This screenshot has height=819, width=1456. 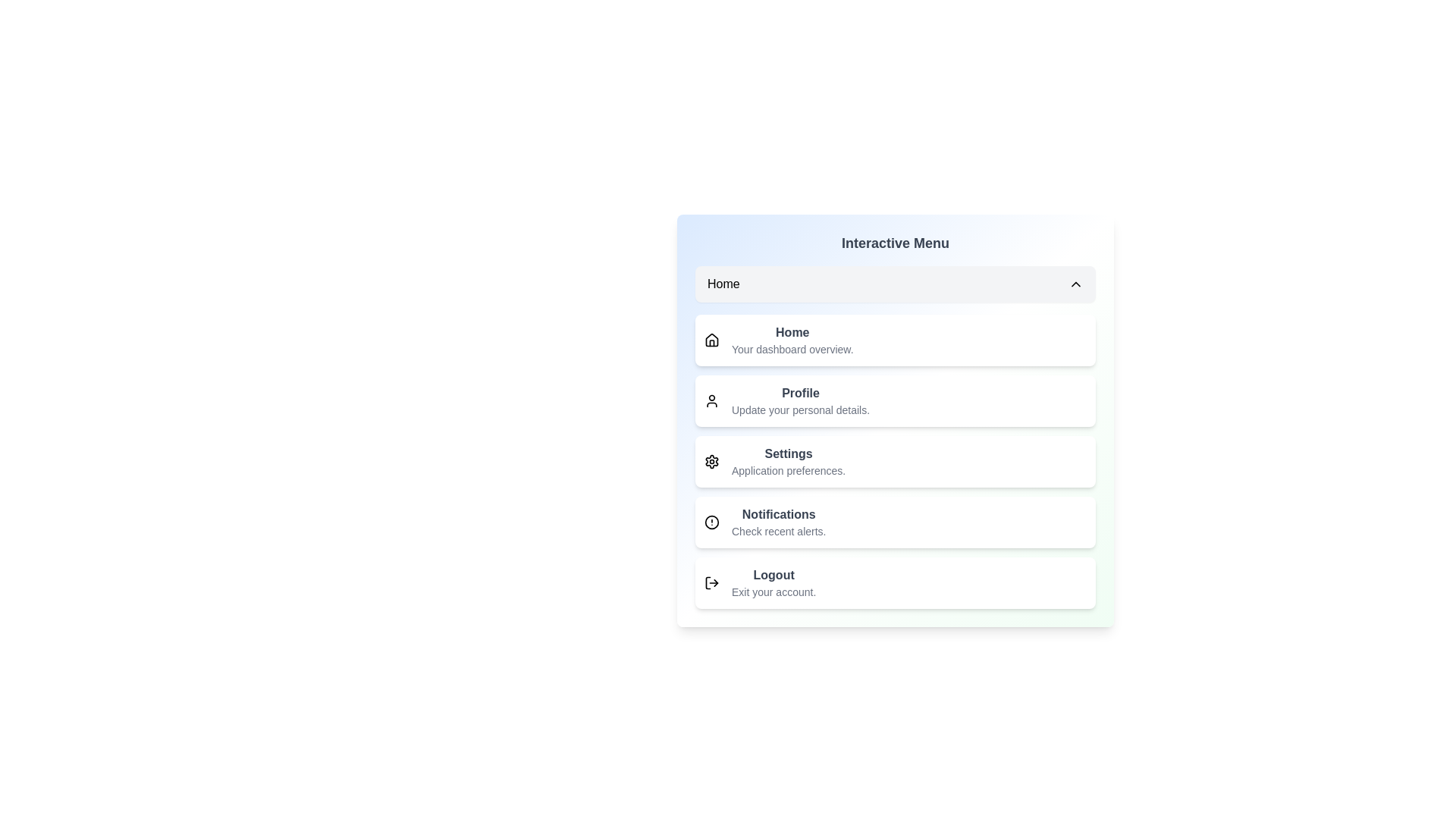 What do you see at coordinates (895, 522) in the screenshot?
I see `the menu option Notifications` at bounding box center [895, 522].